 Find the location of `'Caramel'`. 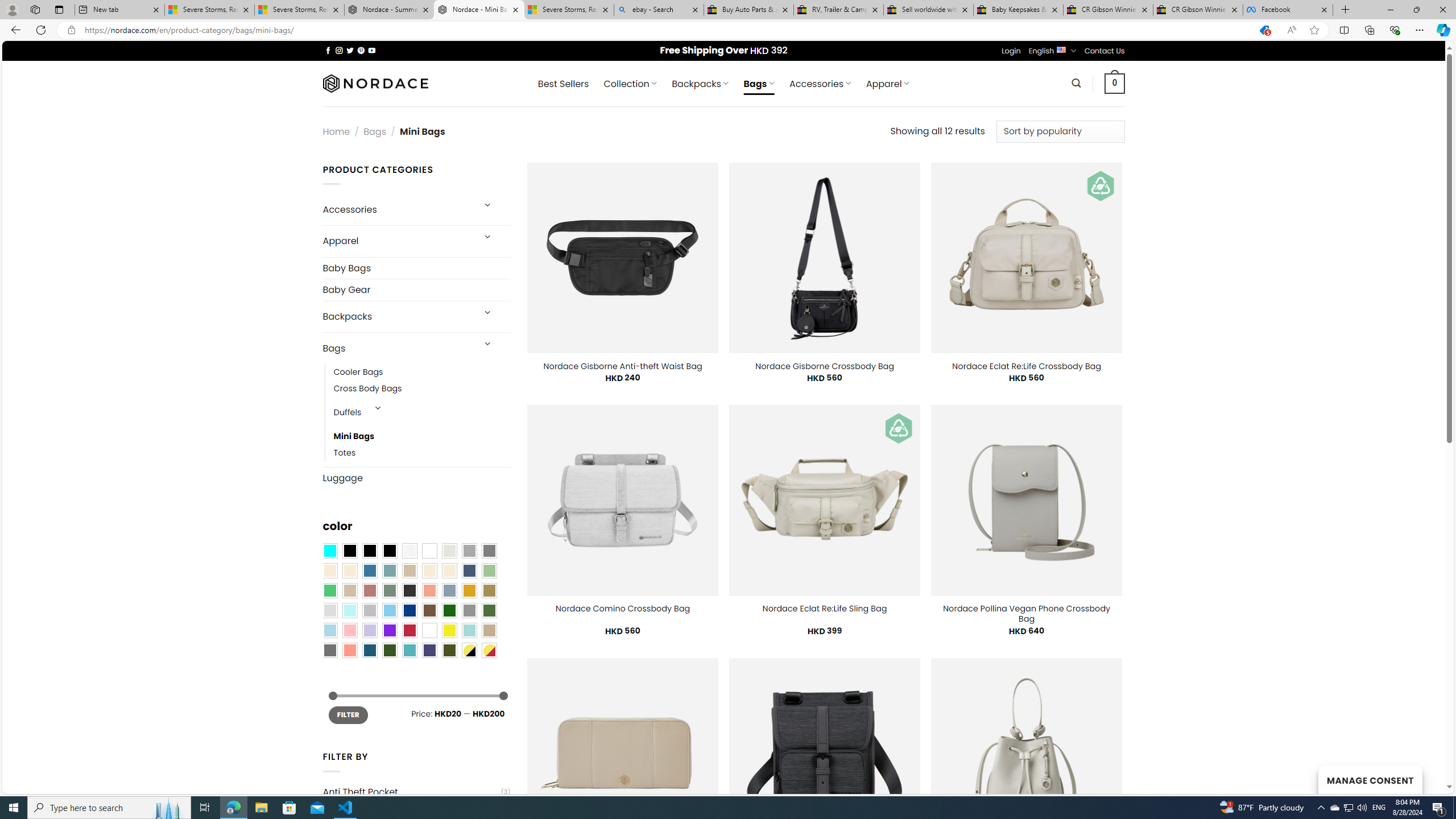

'Caramel' is located at coordinates (429, 570).